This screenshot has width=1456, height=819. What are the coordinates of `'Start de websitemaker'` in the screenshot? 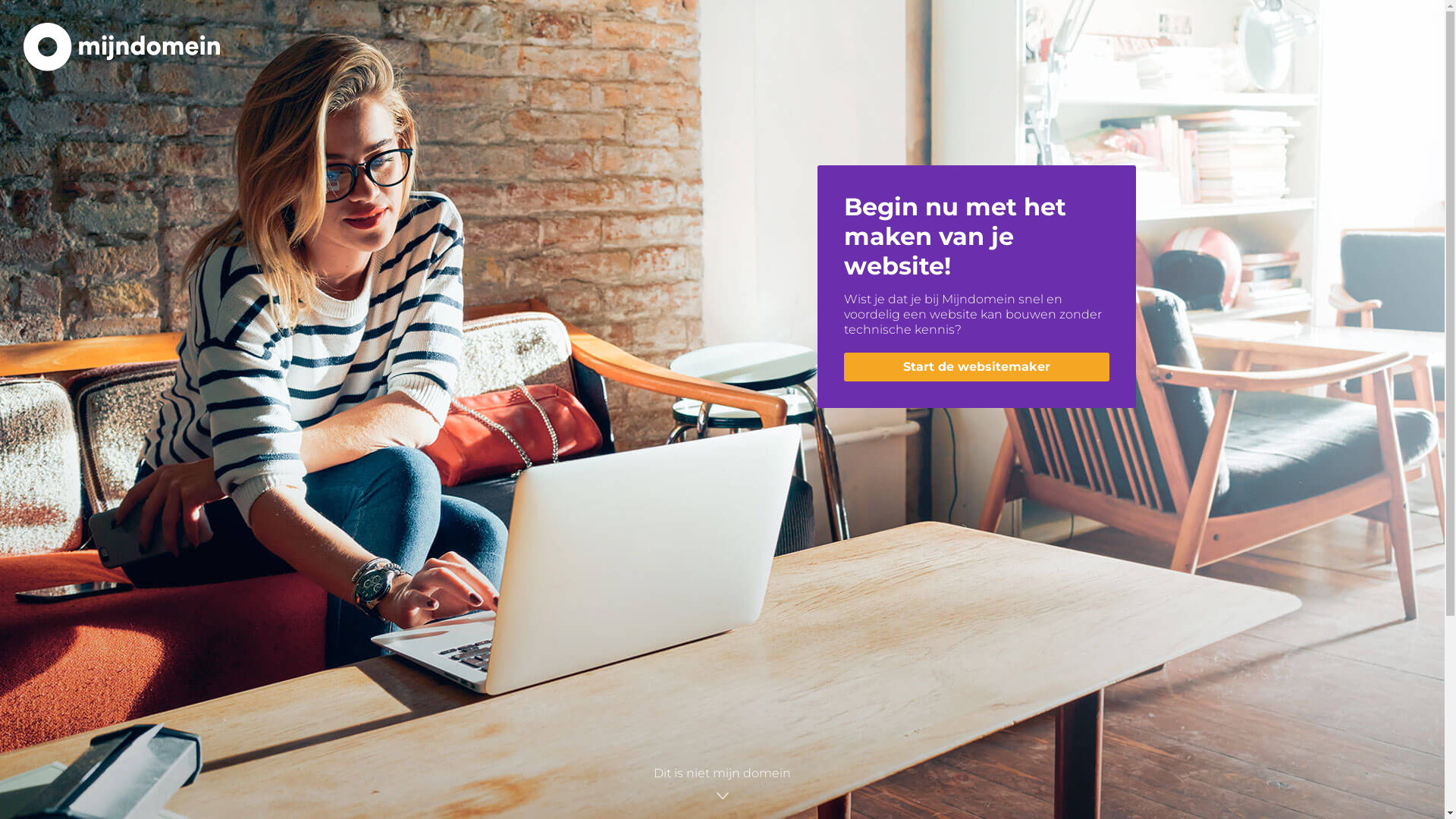 It's located at (975, 366).